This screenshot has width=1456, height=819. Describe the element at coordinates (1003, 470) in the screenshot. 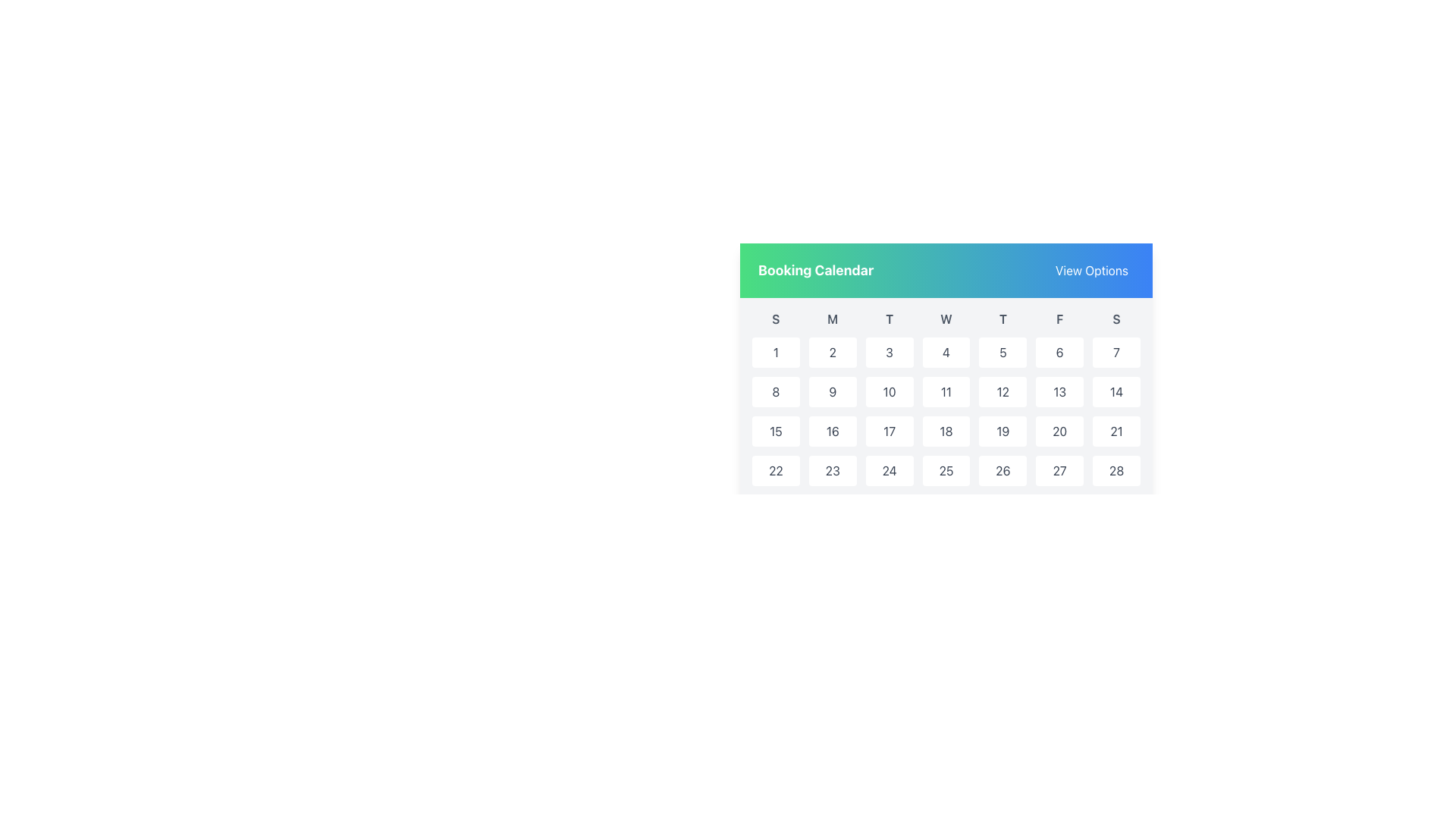

I see `the date cell displaying '26' in medium gray color, which is styled like a button and located in the sixth row and fifth column of the calendar grid layout` at that location.